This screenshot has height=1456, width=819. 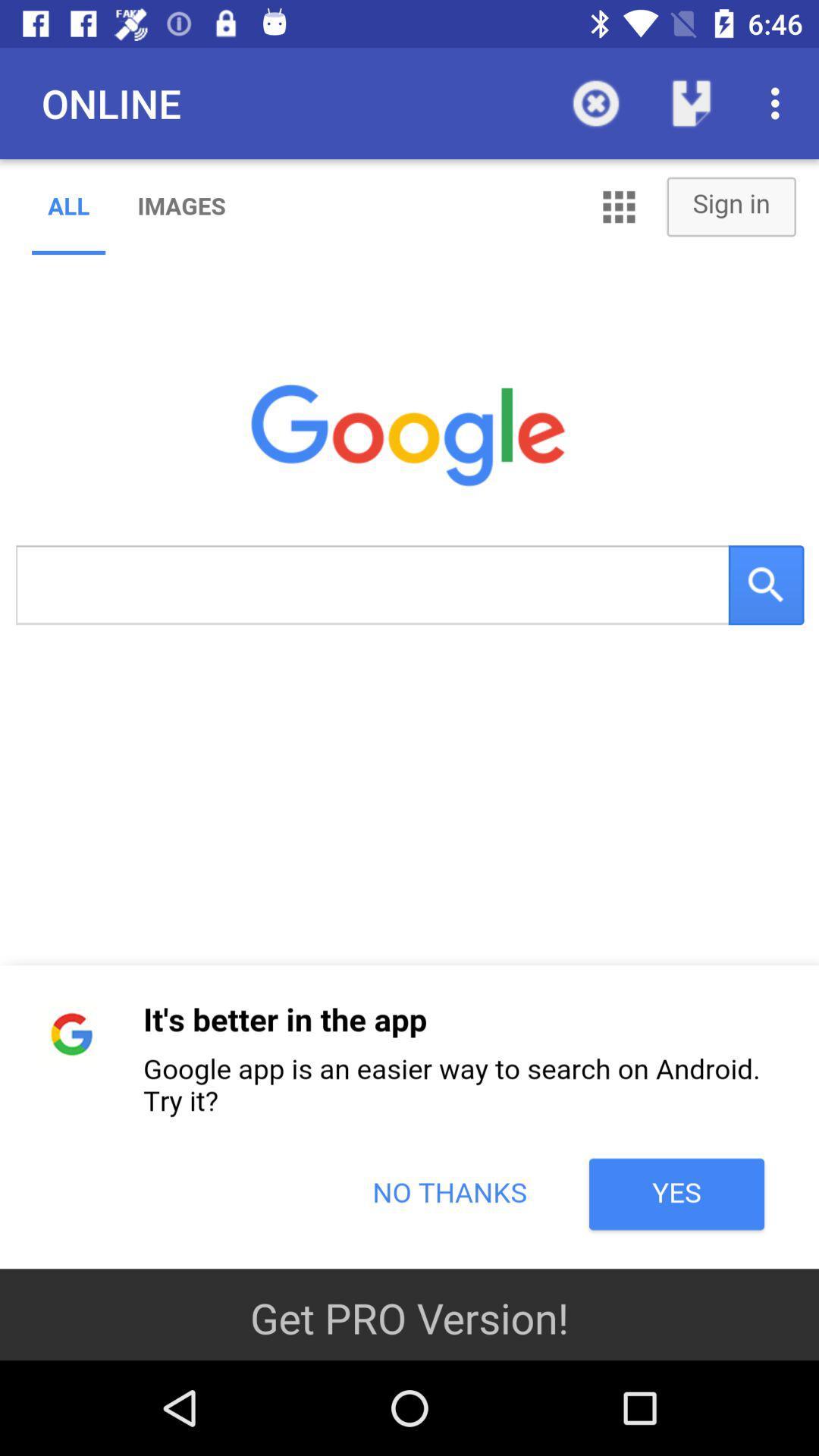 I want to click on google homepage, so click(x=409, y=713).